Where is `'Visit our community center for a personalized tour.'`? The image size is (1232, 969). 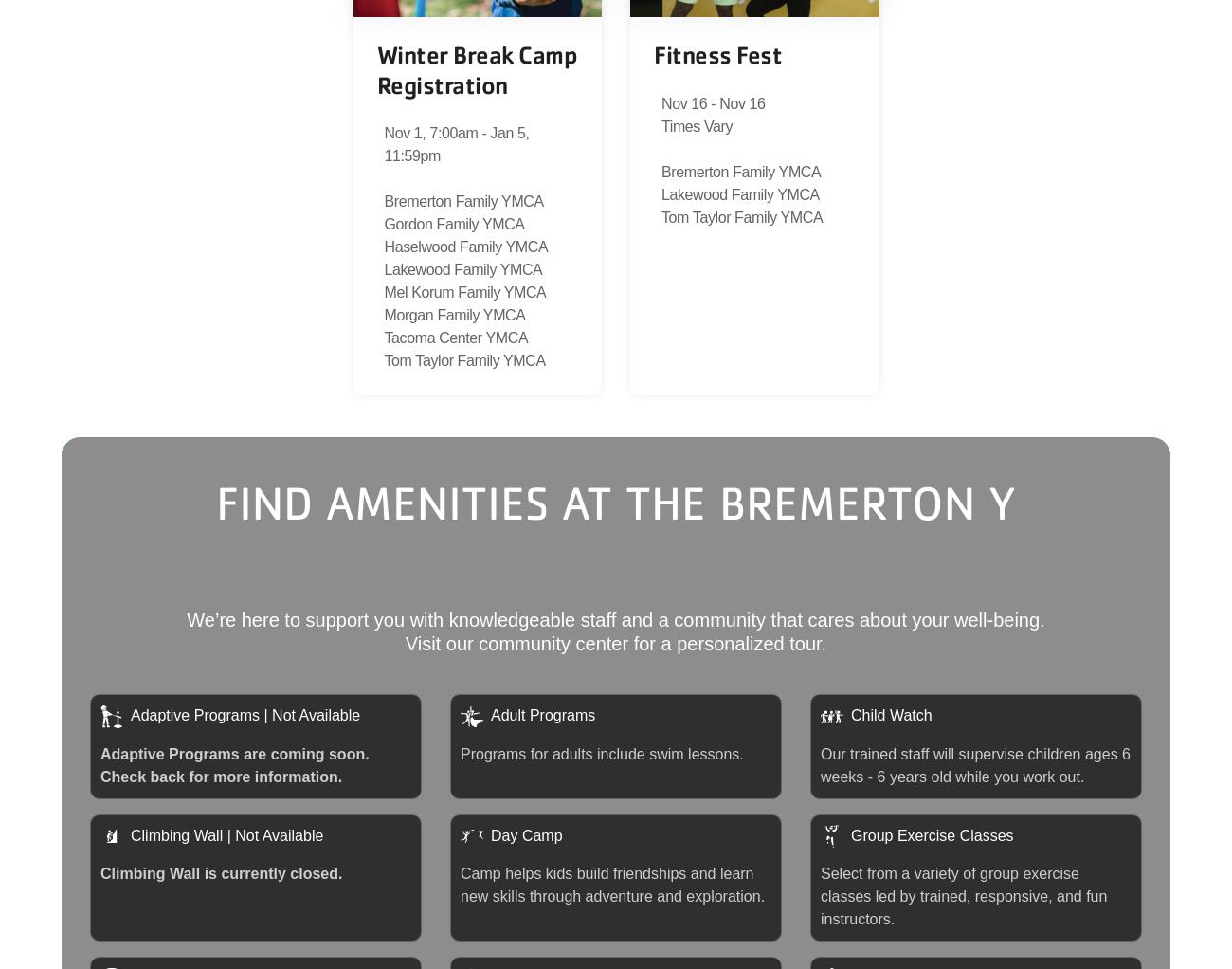 'Visit our community center for a personalized tour.' is located at coordinates (615, 641).